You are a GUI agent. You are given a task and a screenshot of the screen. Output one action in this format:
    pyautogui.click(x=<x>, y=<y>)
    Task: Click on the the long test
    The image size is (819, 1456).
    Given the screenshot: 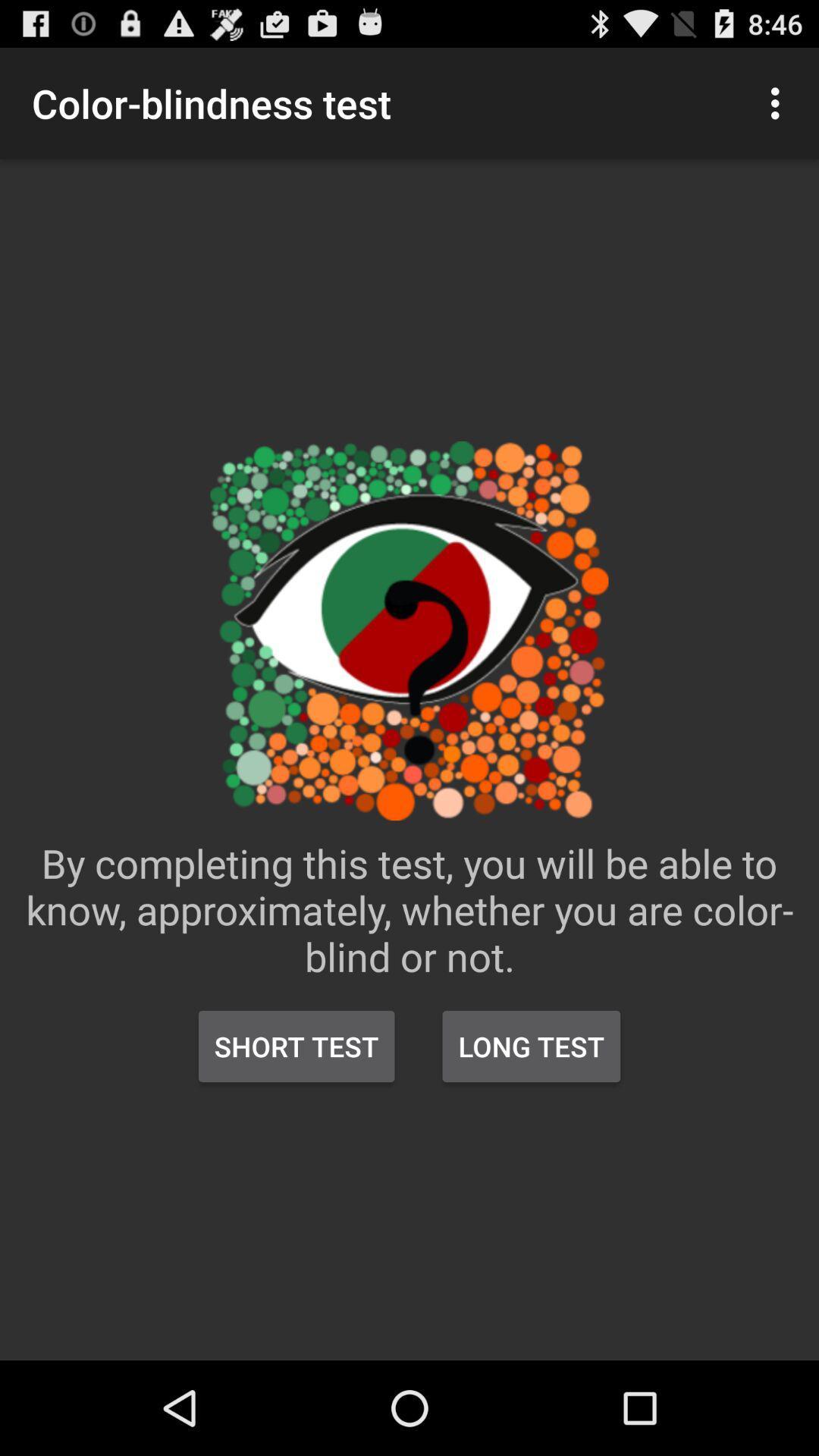 What is the action you would take?
    pyautogui.click(x=530, y=1046)
    